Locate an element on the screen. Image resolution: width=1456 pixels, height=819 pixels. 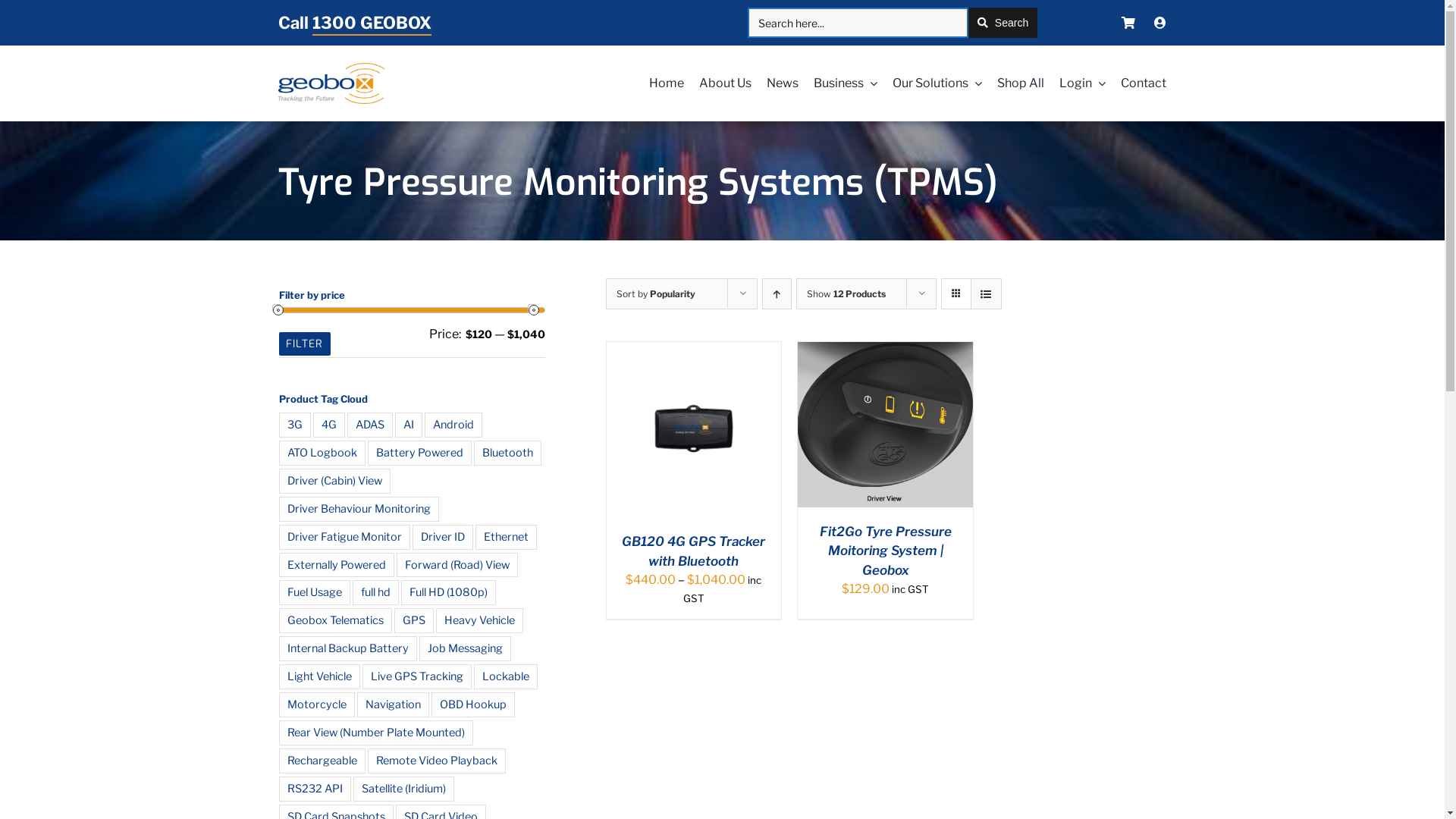
'Business' is located at coordinates (836, 83).